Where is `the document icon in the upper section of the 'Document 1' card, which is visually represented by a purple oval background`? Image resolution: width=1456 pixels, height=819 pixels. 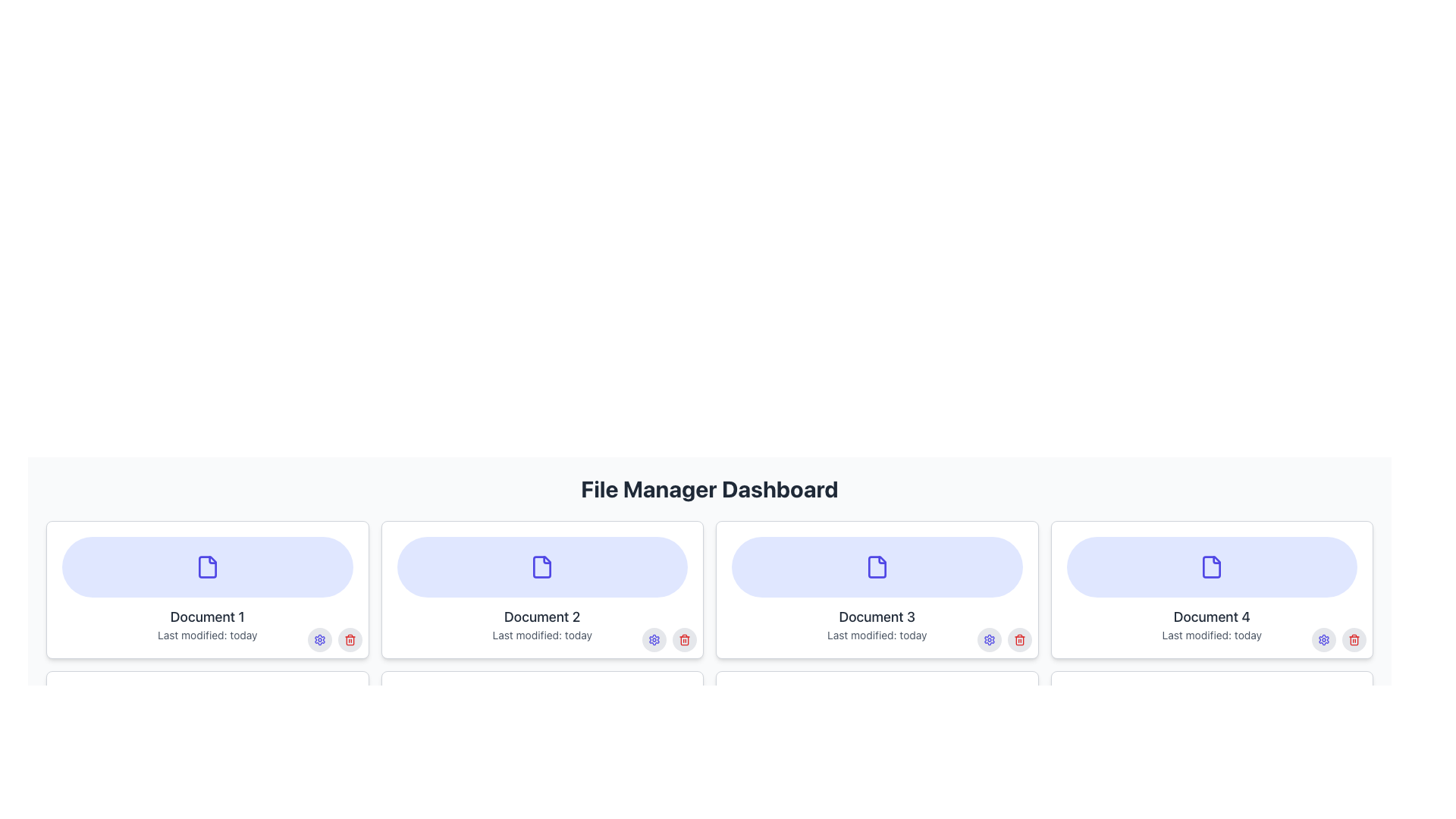
the document icon in the upper section of the 'Document 1' card, which is visually represented by a purple oval background is located at coordinates (206, 567).